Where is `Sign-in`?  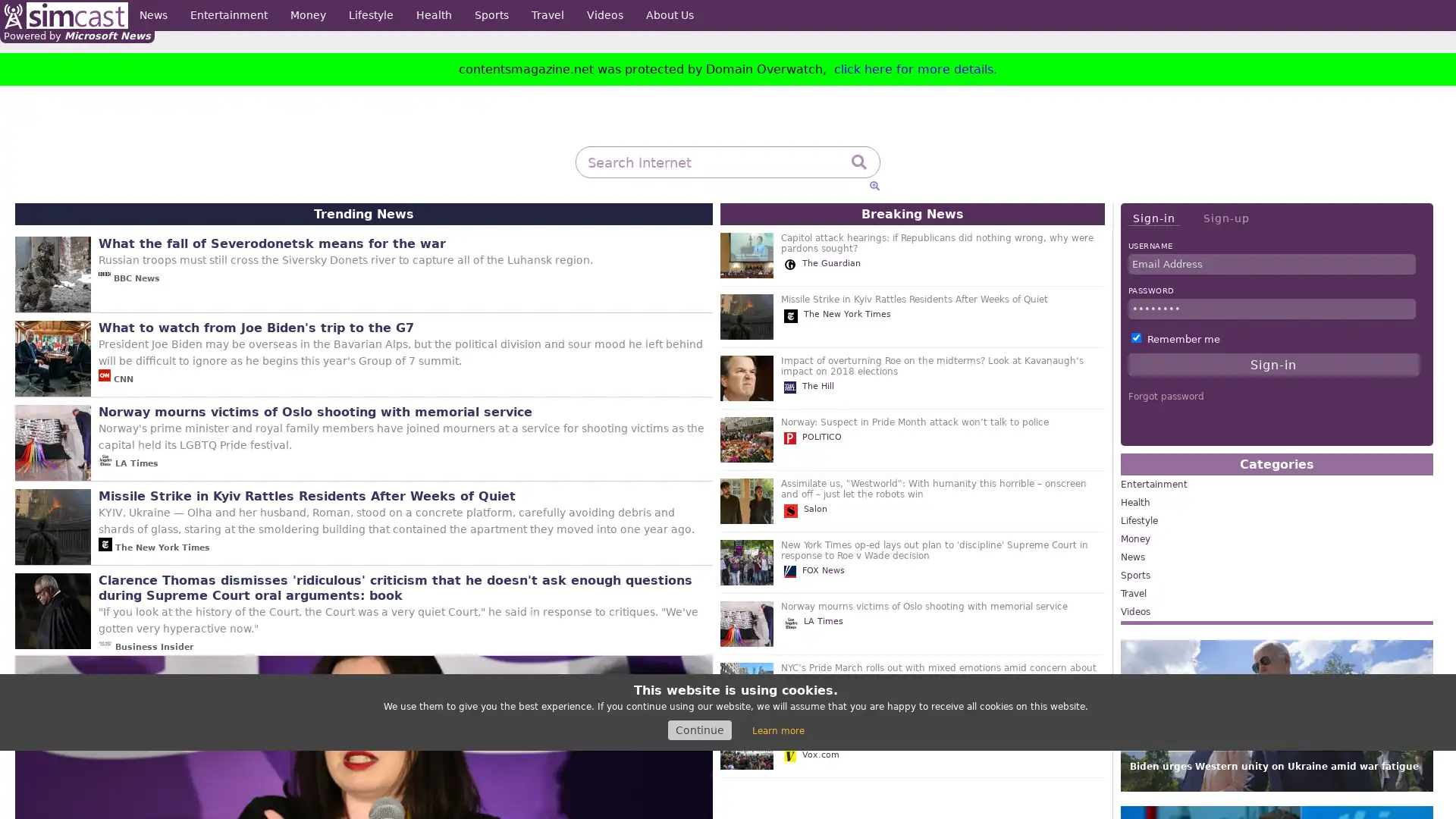
Sign-in is located at coordinates (1153, 218).